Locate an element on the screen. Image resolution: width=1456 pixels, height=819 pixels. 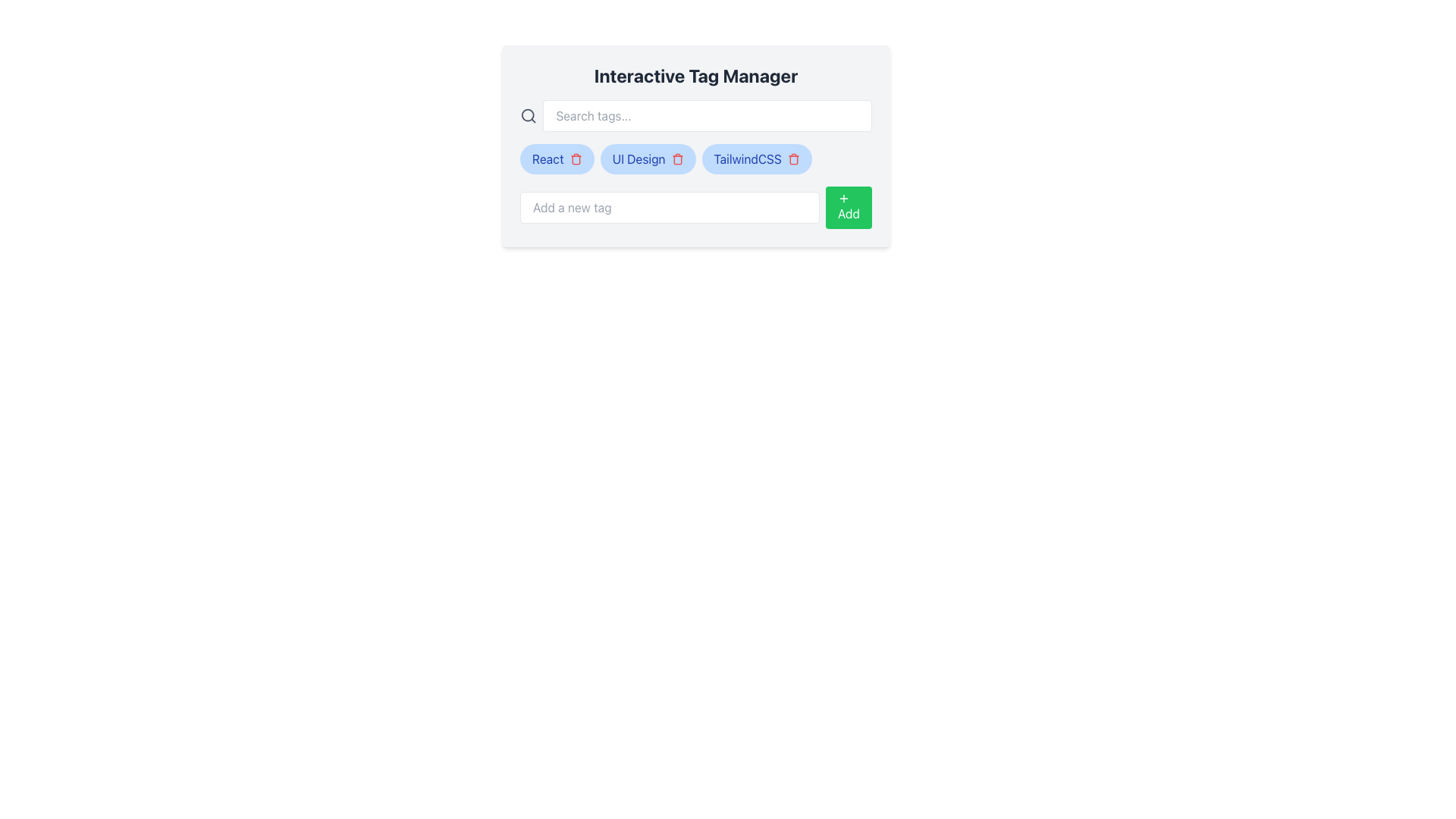
the search icon located to the left of the 'Search tags...' input field, which visually indicates the search functionality but does not have interactive capabilities is located at coordinates (529, 115).